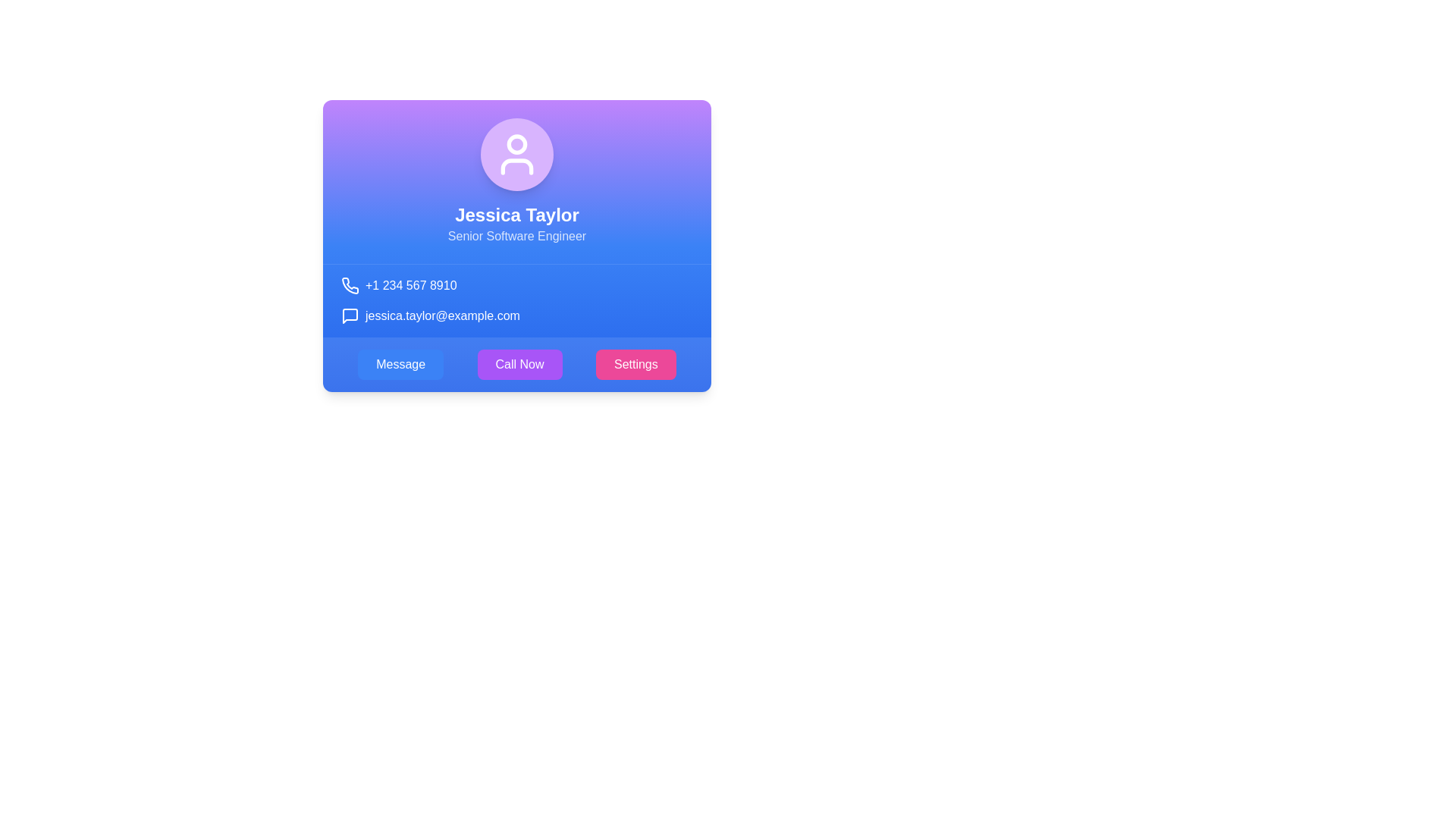  Describe the element at coordinates (516, 237) in the screenshot. I see `the text label indicating the professional designation of the user, located under 'Jessica Taylor' in the card layout` at that location.